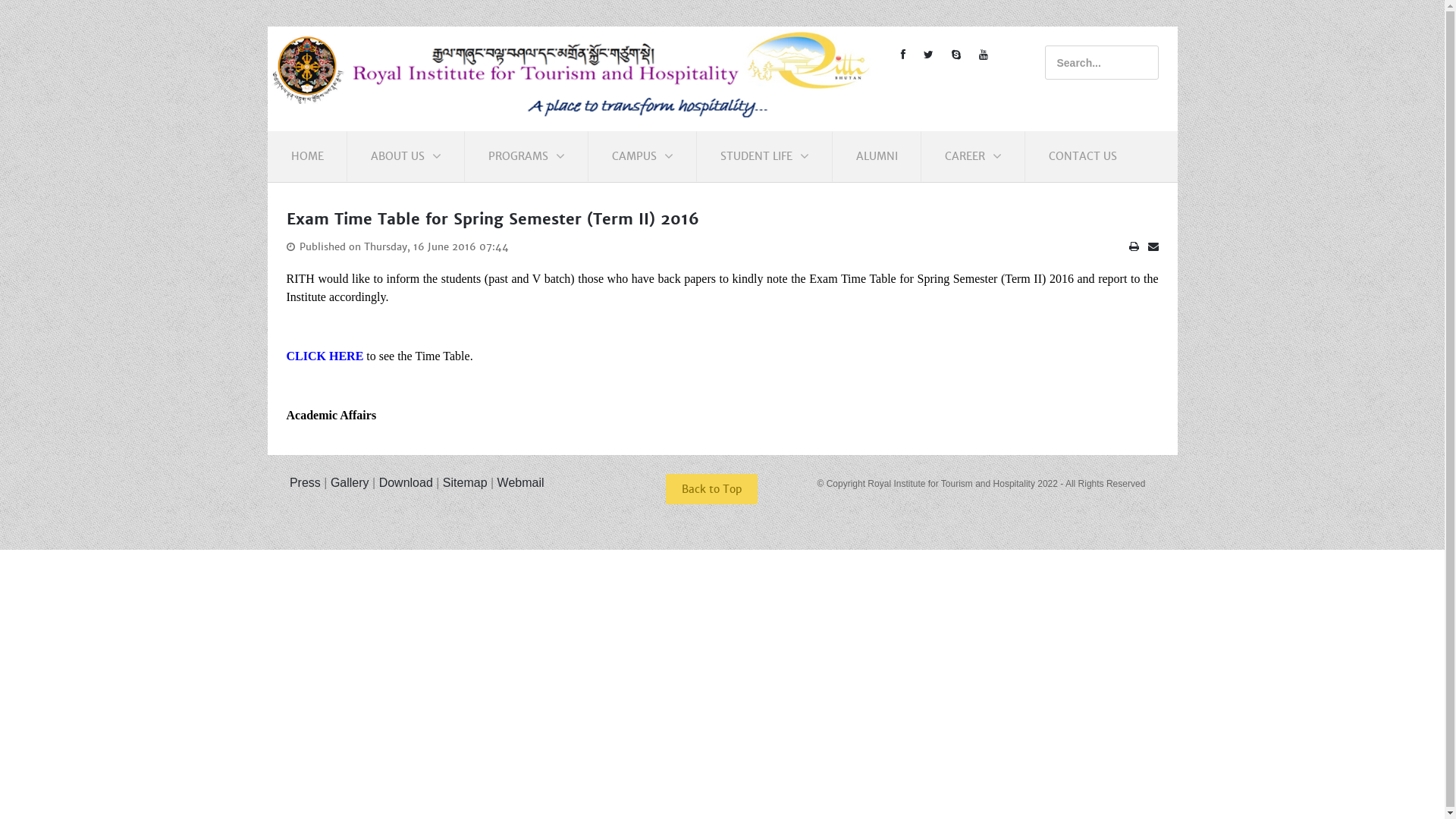  Describe the element at coordinates (711, 488) in the screenshot. I see `'Back to Top'` at that location.